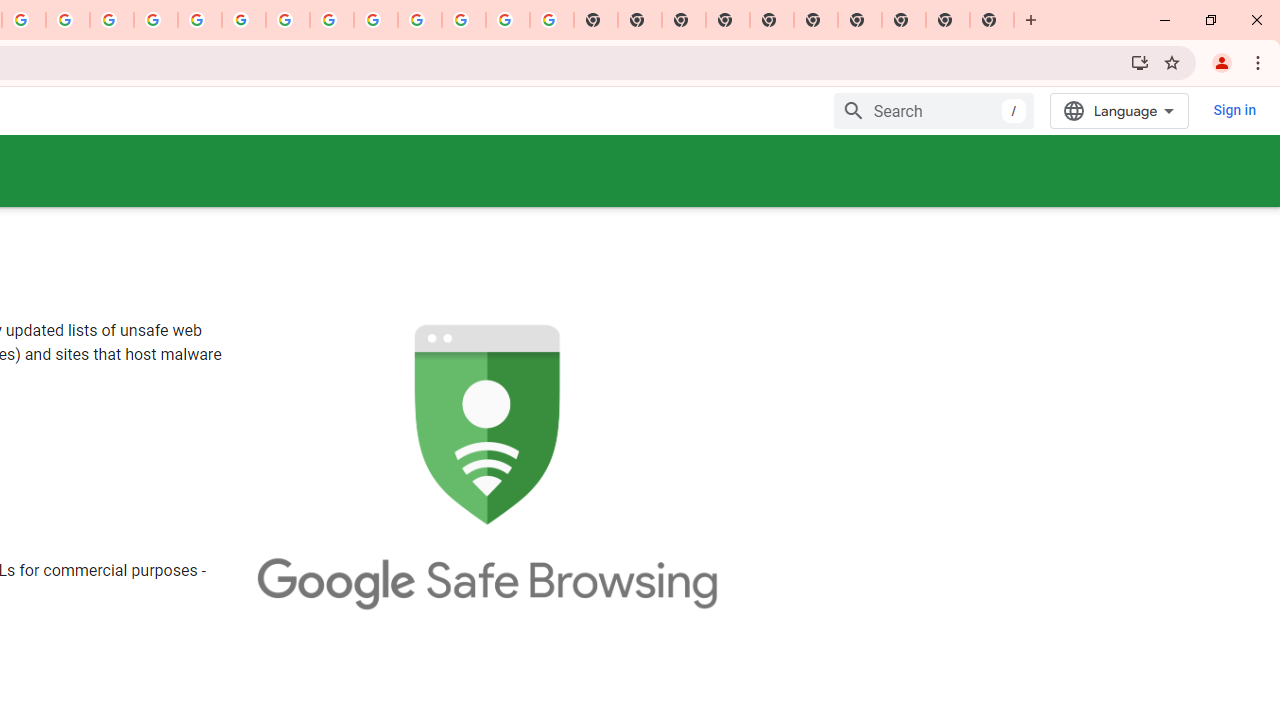  I want to click on 'New Tab', so click(992, 20).